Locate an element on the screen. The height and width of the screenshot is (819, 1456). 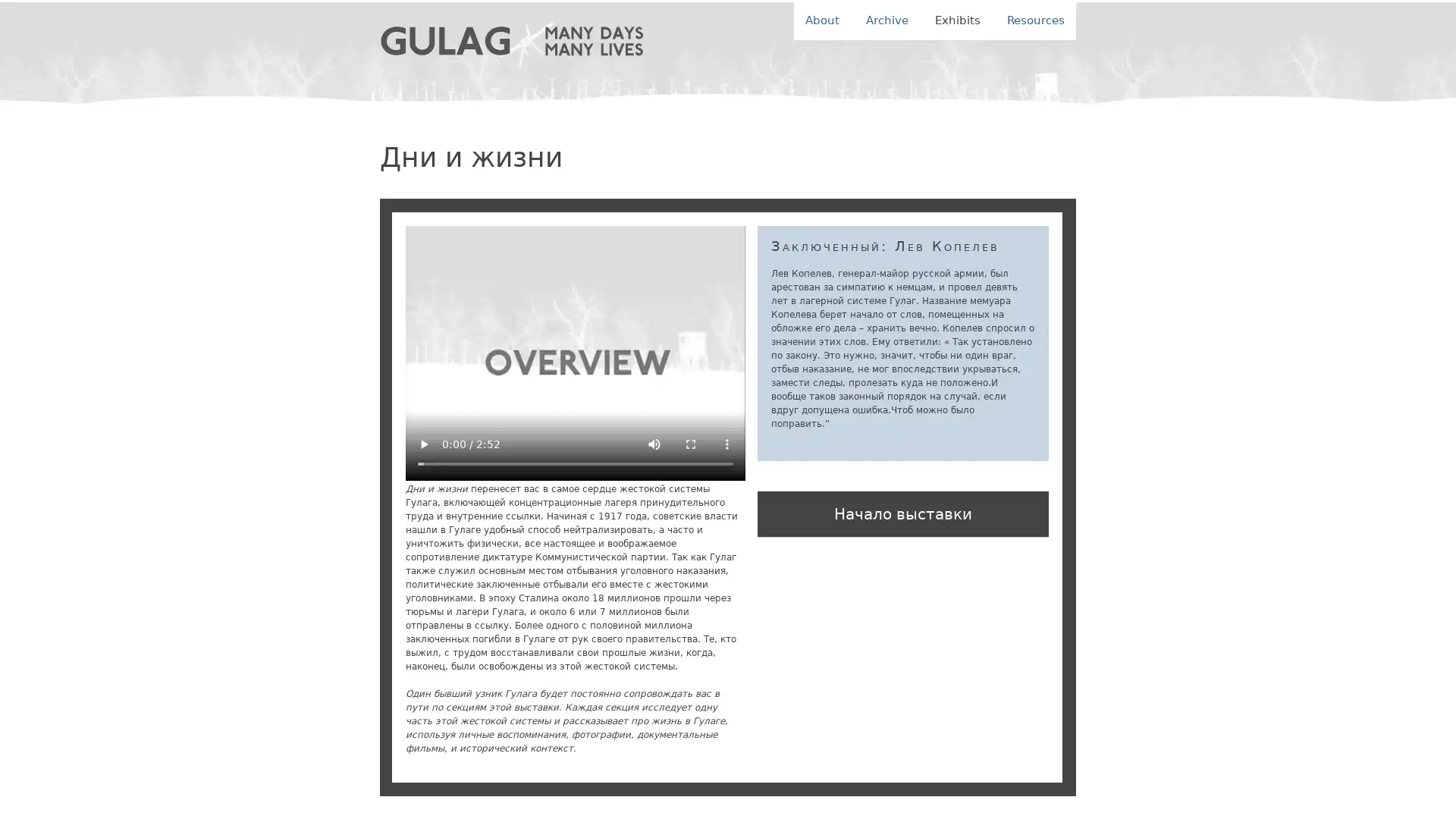
play is located at coordinates (423, 444).